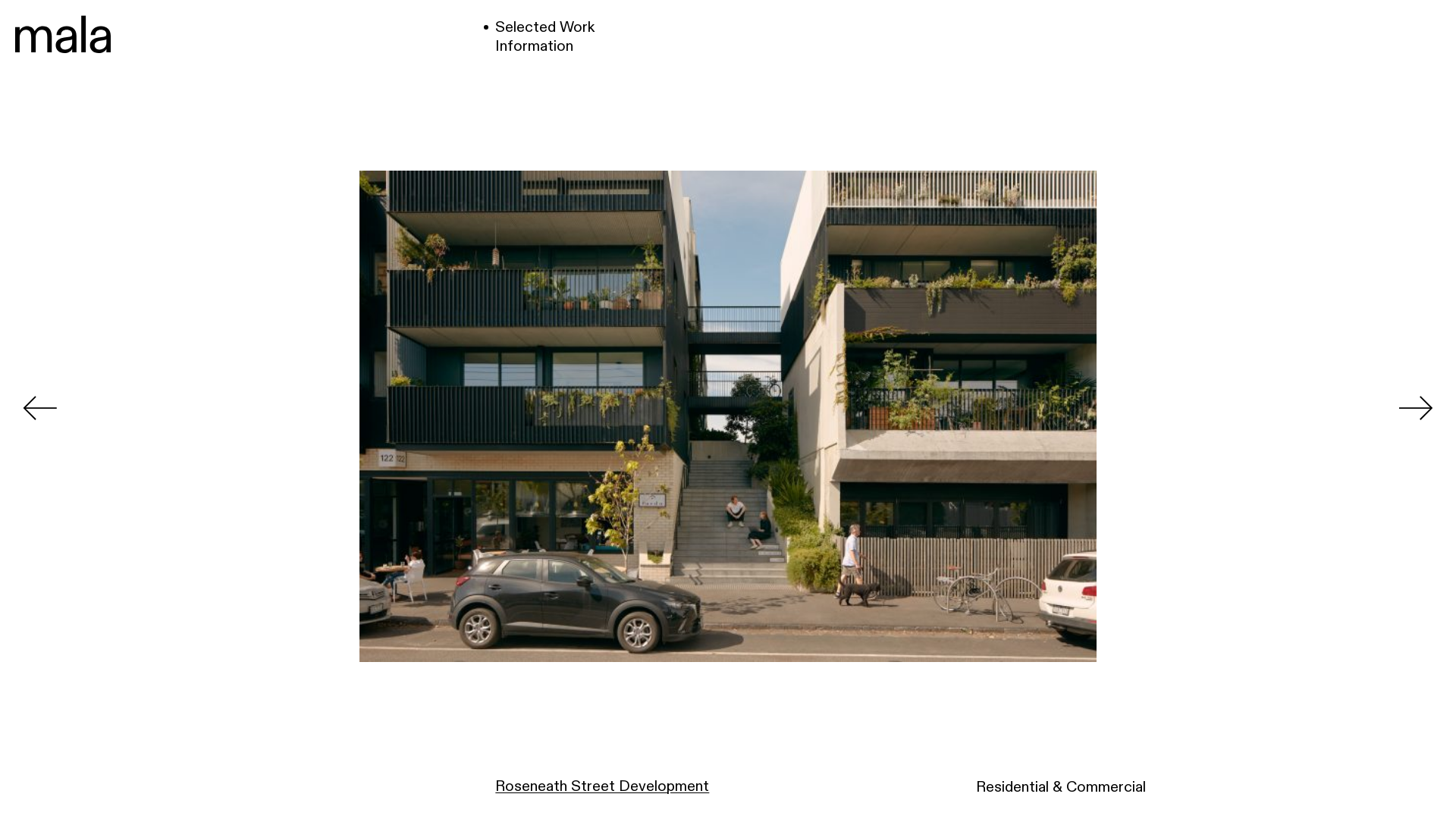  What do you see at coordinates (601, 786) in the screenshot?
I see `'Roseneath Street Development'` at bounding box center [601, 786].